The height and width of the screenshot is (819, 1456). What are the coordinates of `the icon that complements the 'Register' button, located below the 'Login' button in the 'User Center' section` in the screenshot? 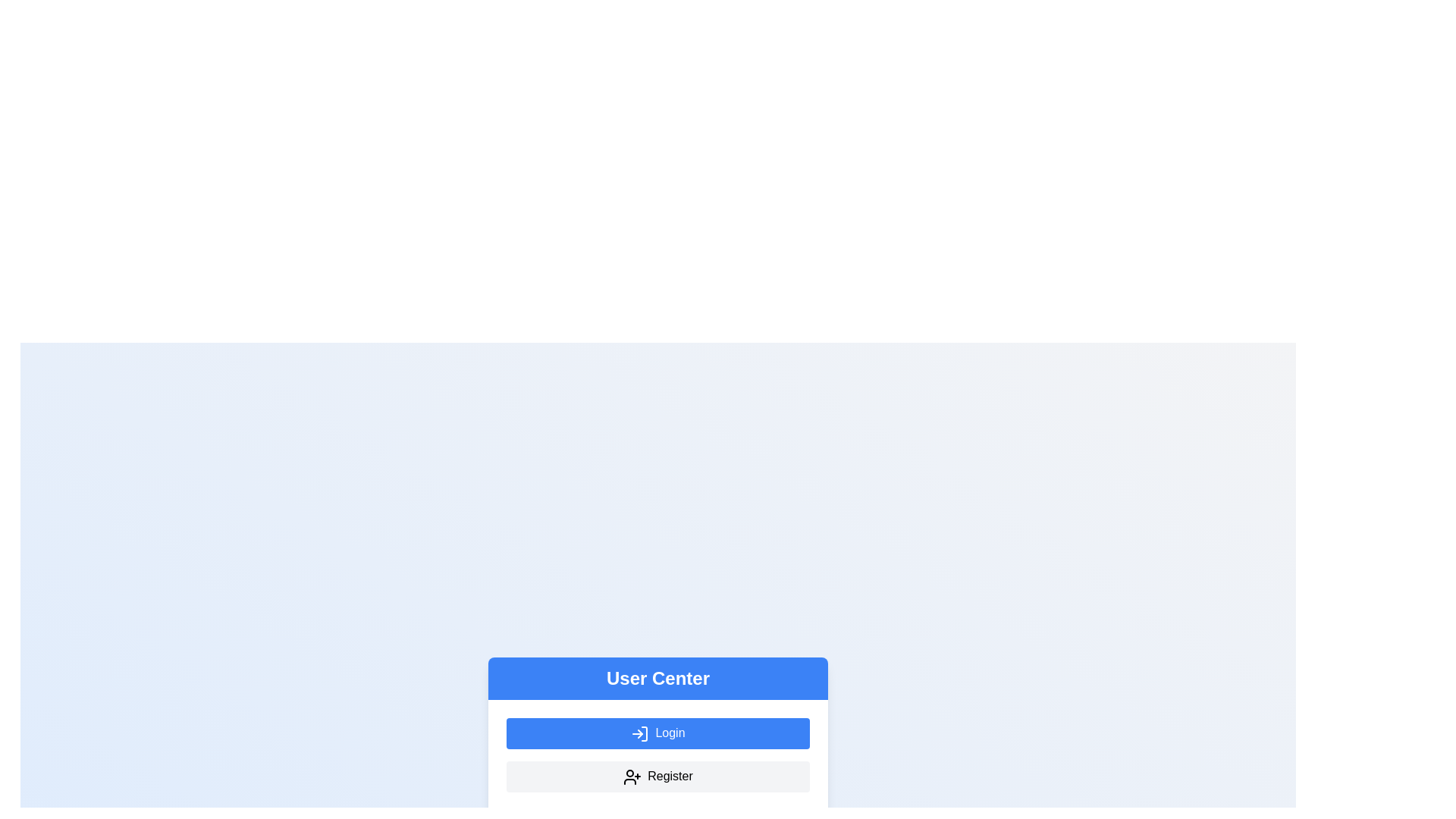 It's located at (632, 777).